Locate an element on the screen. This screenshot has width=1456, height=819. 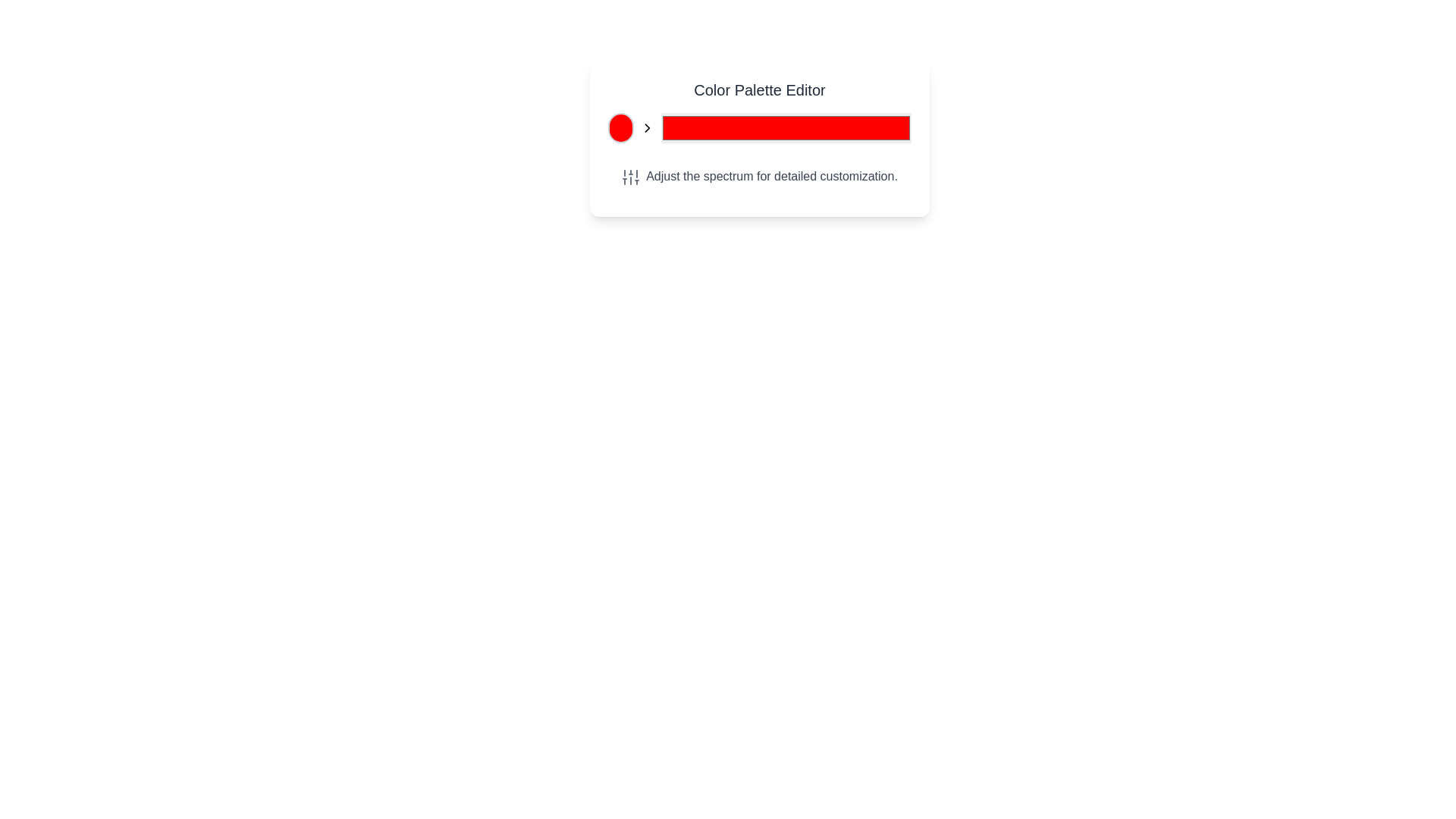
the vivid red color input field in the 'Color Palette Editor' is located at coordinates (786, 127).